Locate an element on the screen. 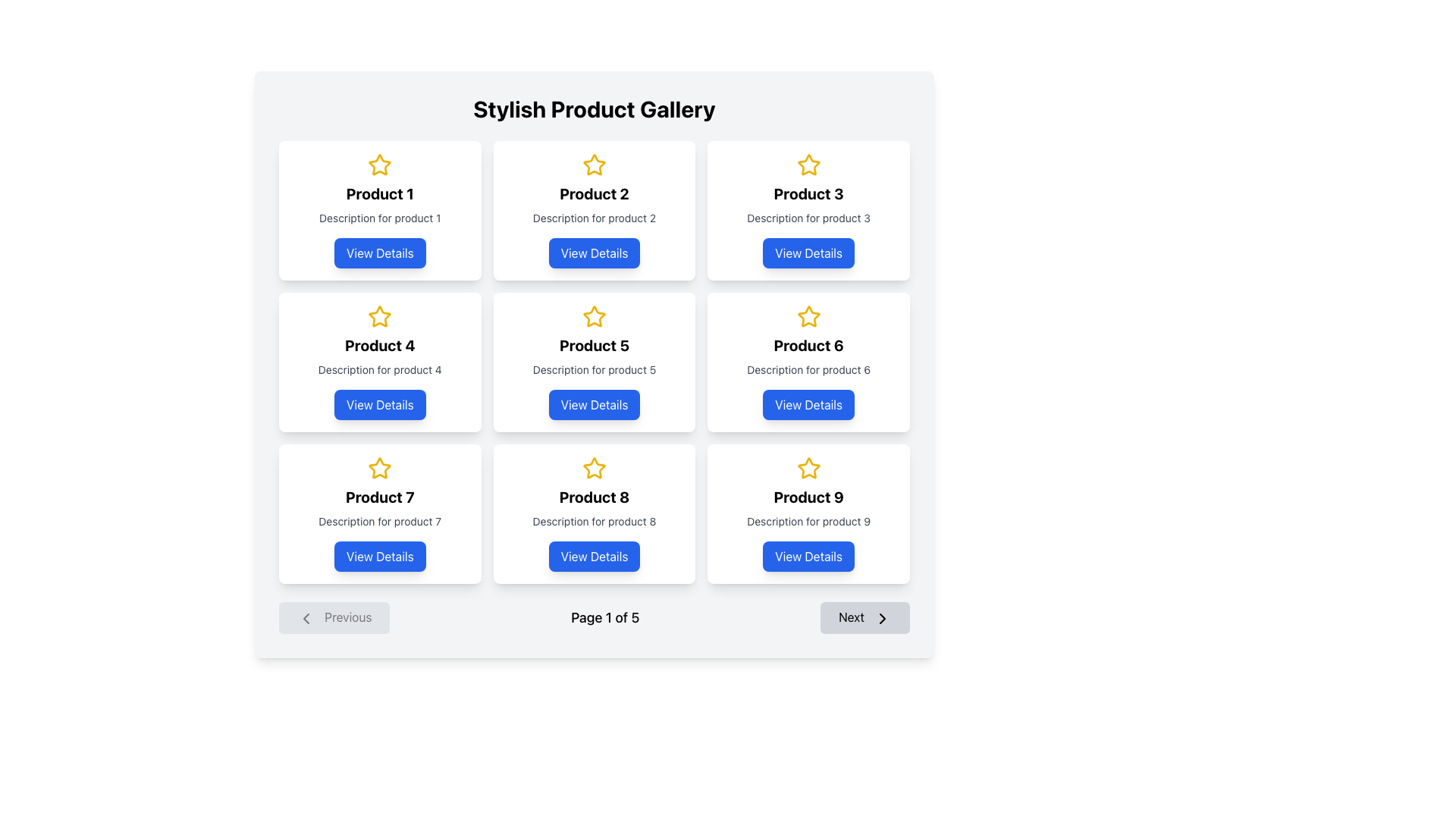 This screenshot has width=1456, height=819. the star icon representing the rating or favorite marker for the product, located above the 'Product 6' card in the second row, third column is located at coordinates (808, 315).